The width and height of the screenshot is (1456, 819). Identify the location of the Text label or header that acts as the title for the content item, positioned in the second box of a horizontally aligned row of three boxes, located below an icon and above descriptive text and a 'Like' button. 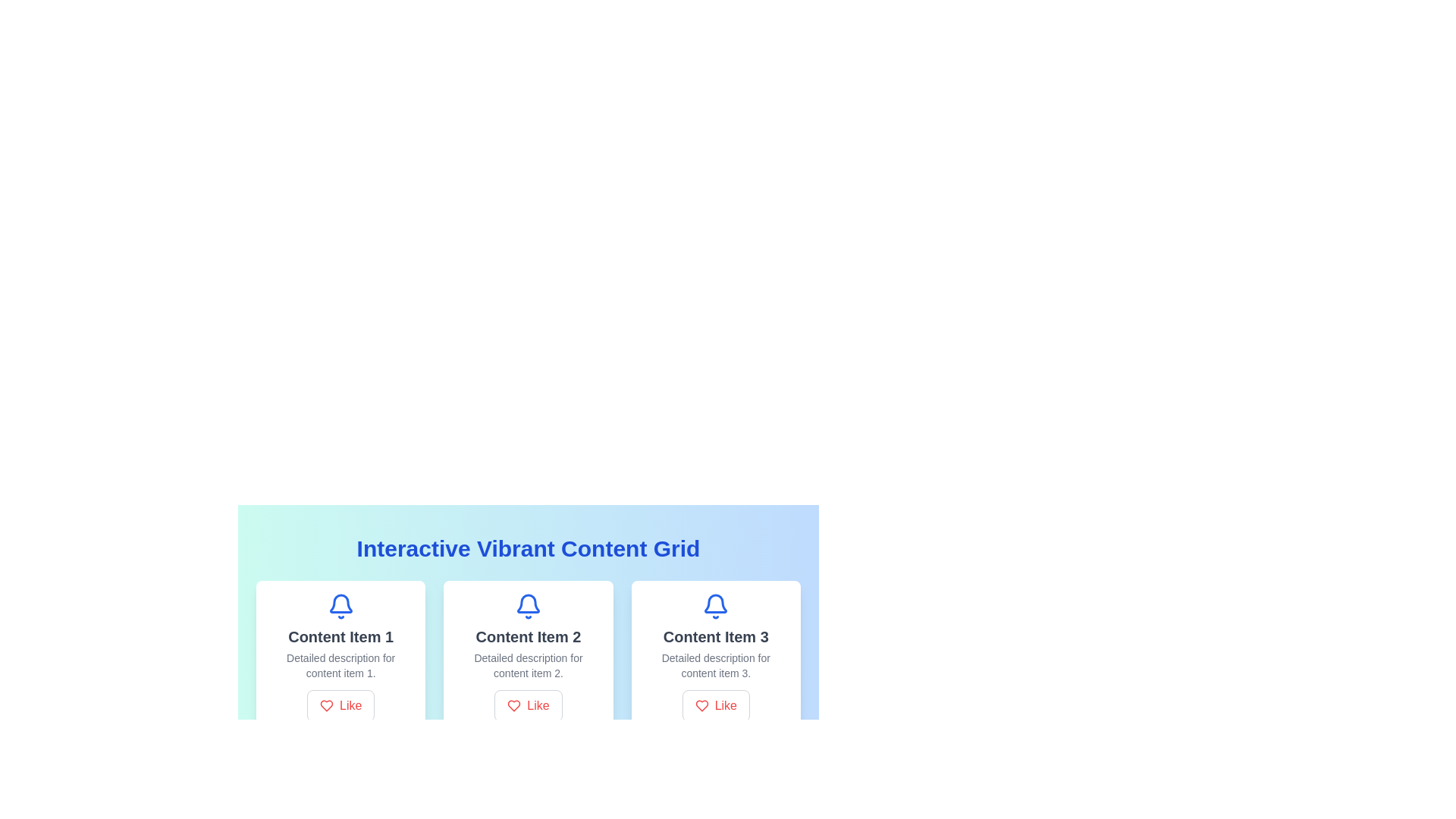
(528, 637).